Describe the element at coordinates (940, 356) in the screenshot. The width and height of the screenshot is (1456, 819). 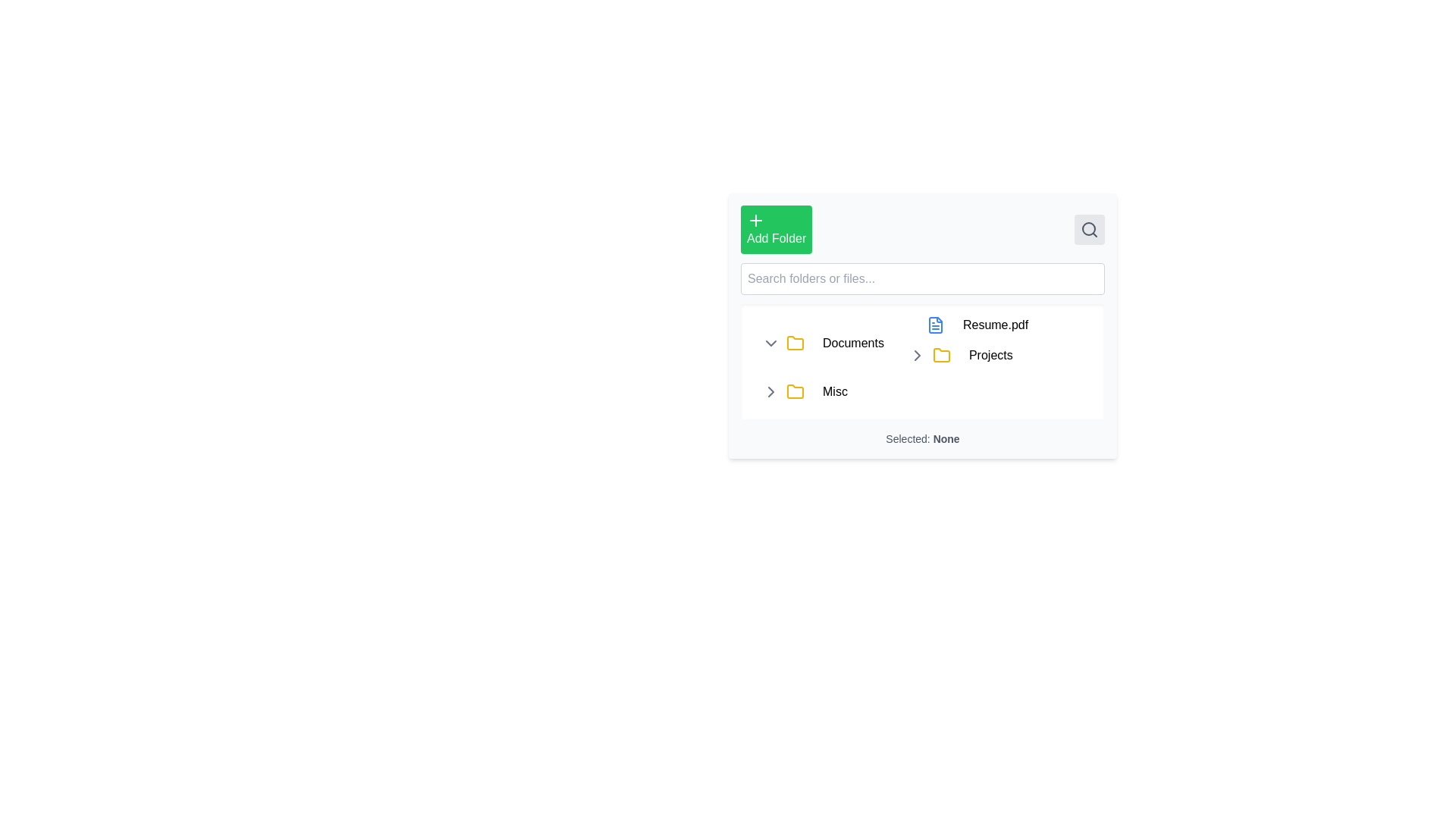
I see `the 'Projects' folder icon located to the left of the text labeled 'Projects' in the file management interface` at that location.